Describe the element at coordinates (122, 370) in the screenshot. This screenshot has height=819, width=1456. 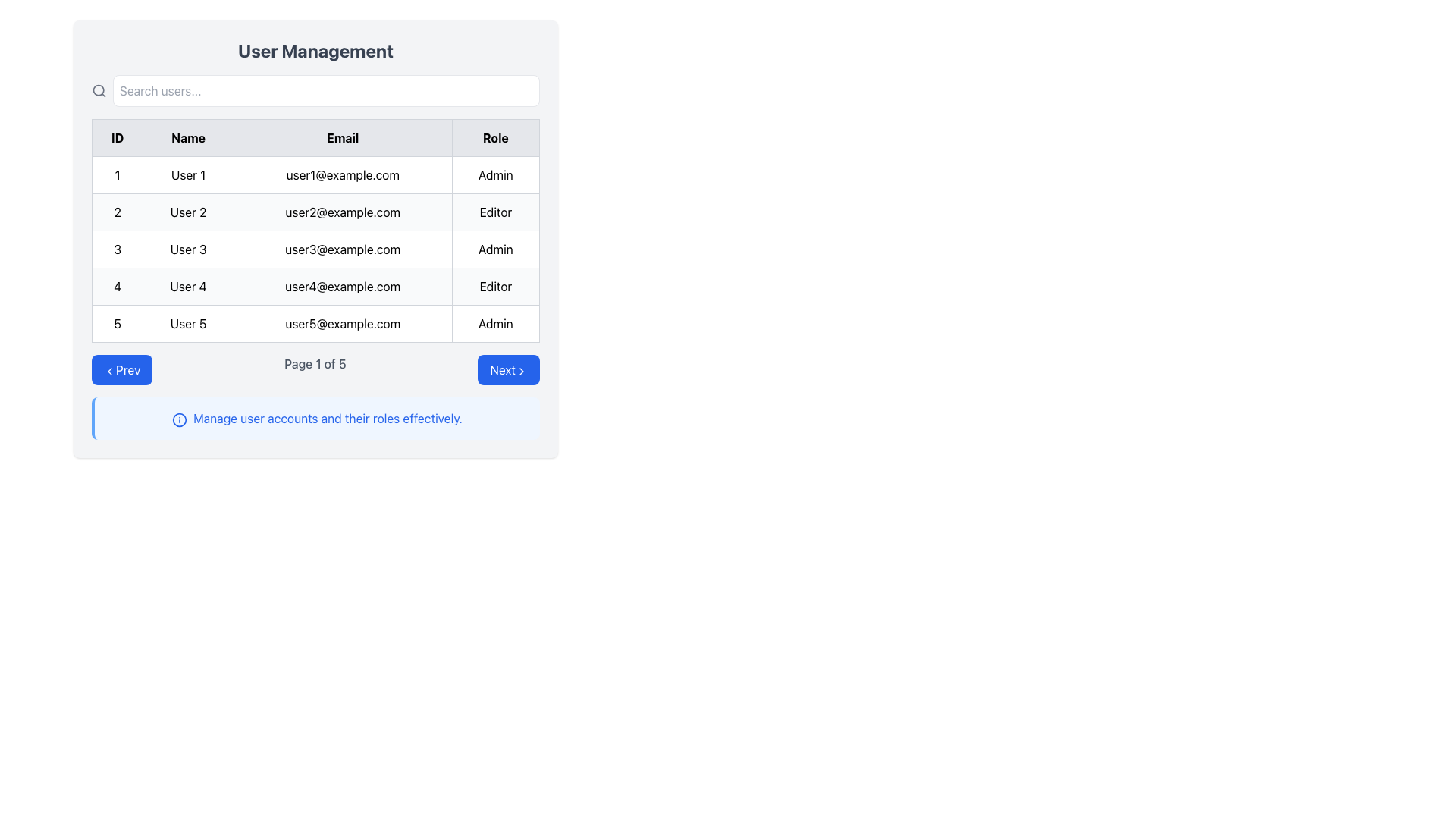
I see `the blue 'Prev' button with rounded edges` at that location.